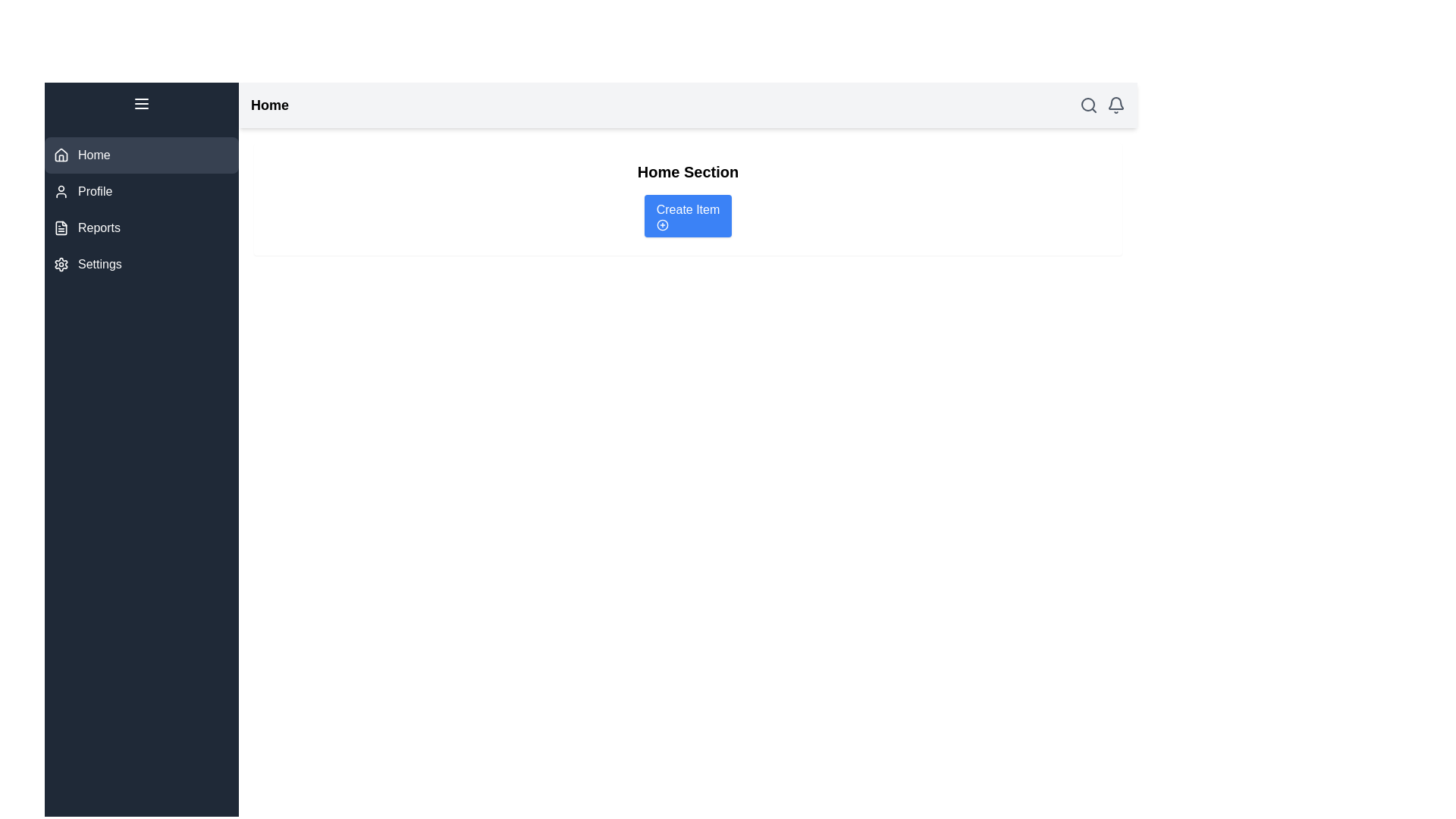  I want to click on the navigation menu item located in the sidebar to switch between different application views or sections, so click(142, 181).